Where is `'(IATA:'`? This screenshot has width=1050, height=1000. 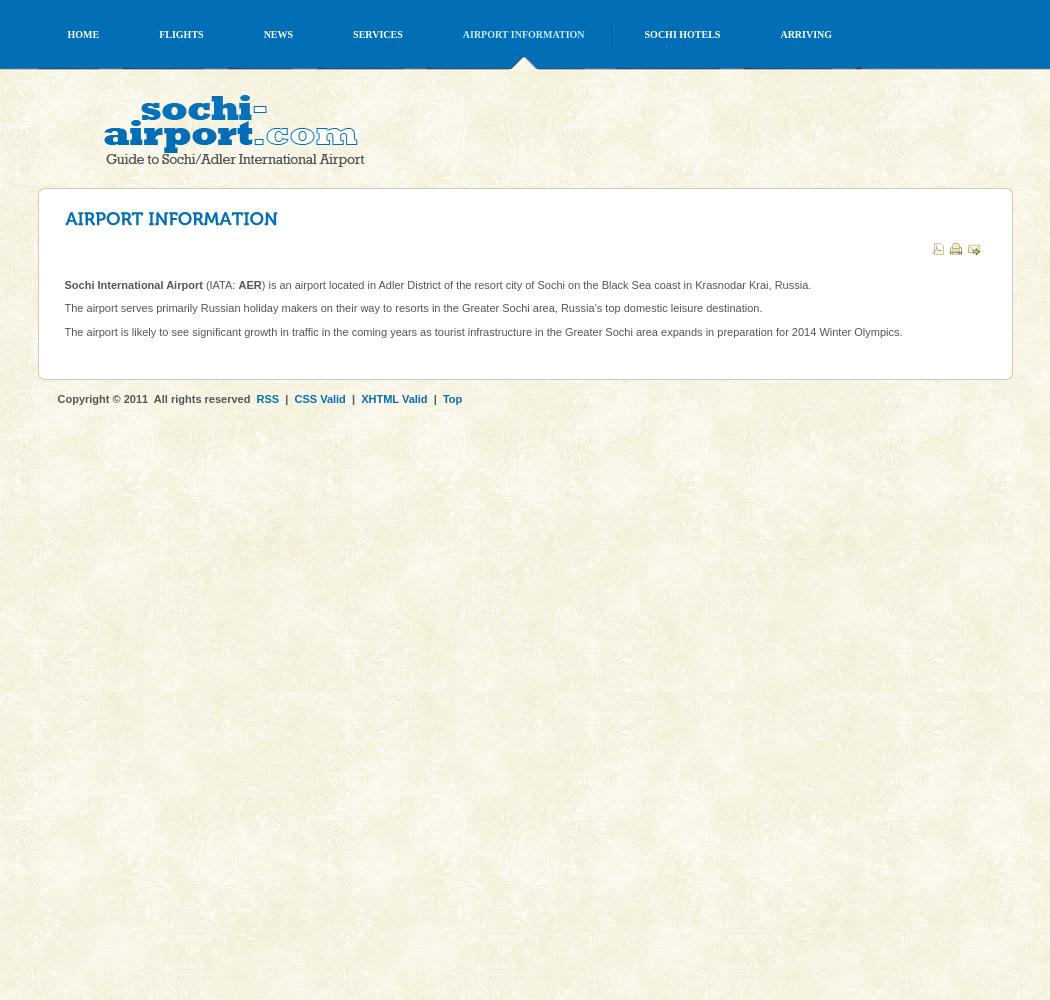
'(IATA:' is located at coordinates (218, 284).